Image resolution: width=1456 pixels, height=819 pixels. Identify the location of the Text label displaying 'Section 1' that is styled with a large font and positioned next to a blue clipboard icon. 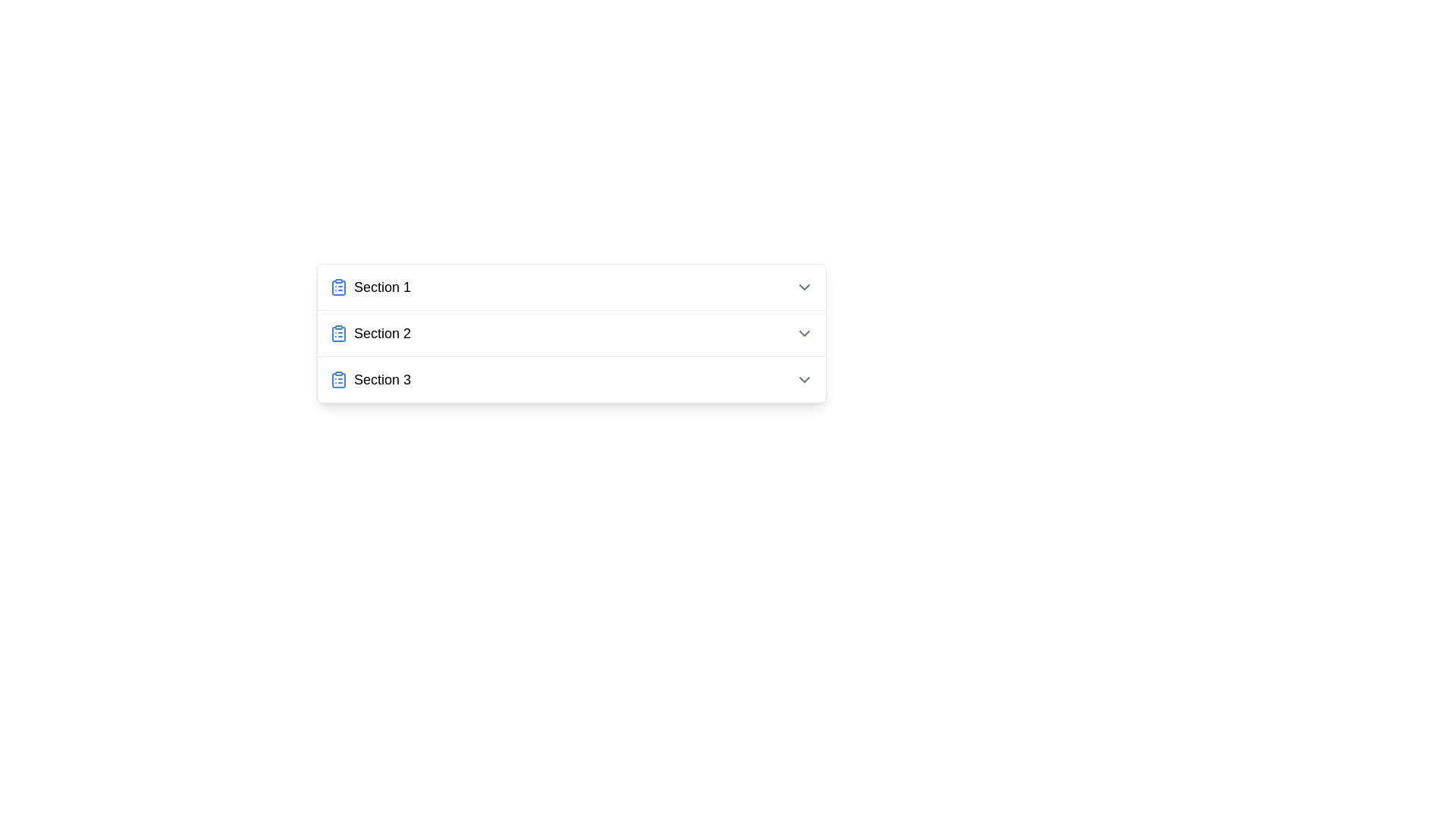
(382, 287).